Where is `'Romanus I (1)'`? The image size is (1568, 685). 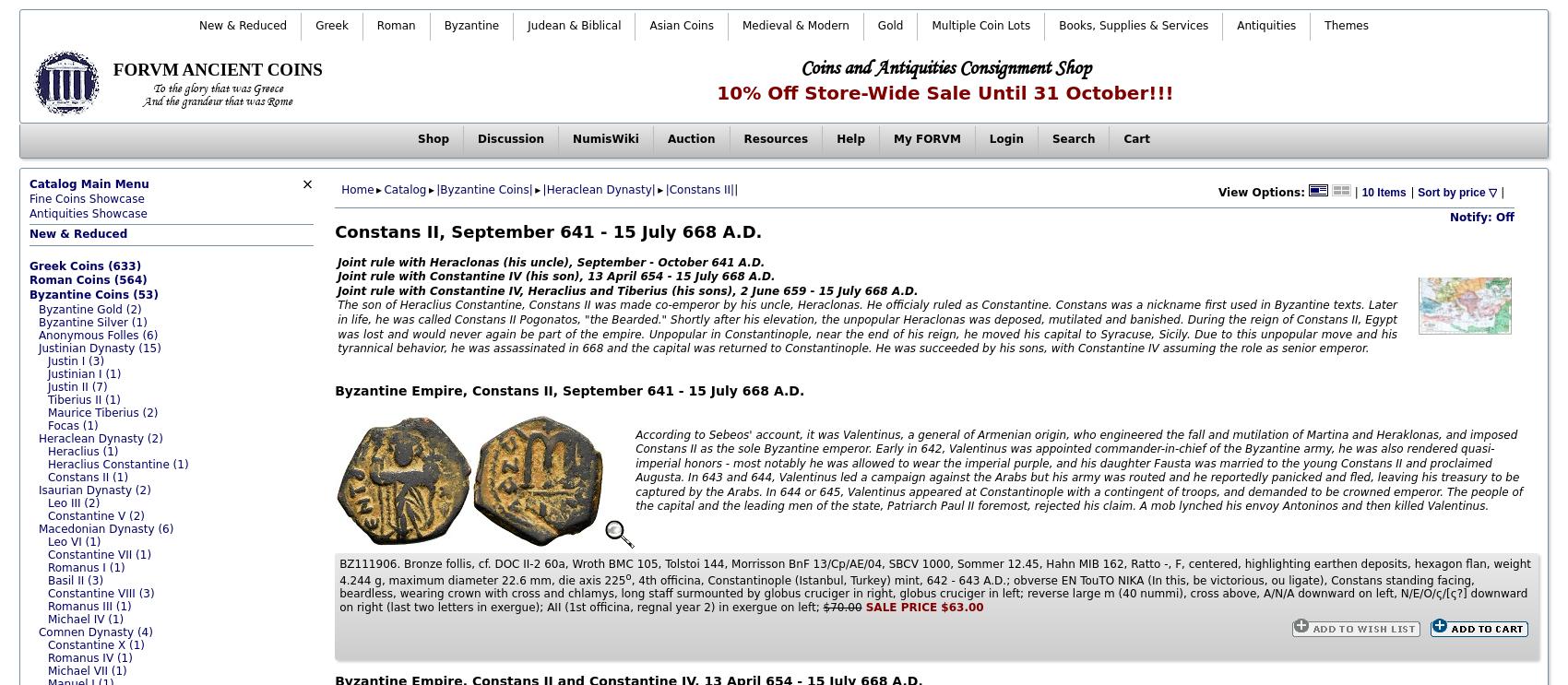 'Romanus I (1)' is located at coordinates (85, 565).